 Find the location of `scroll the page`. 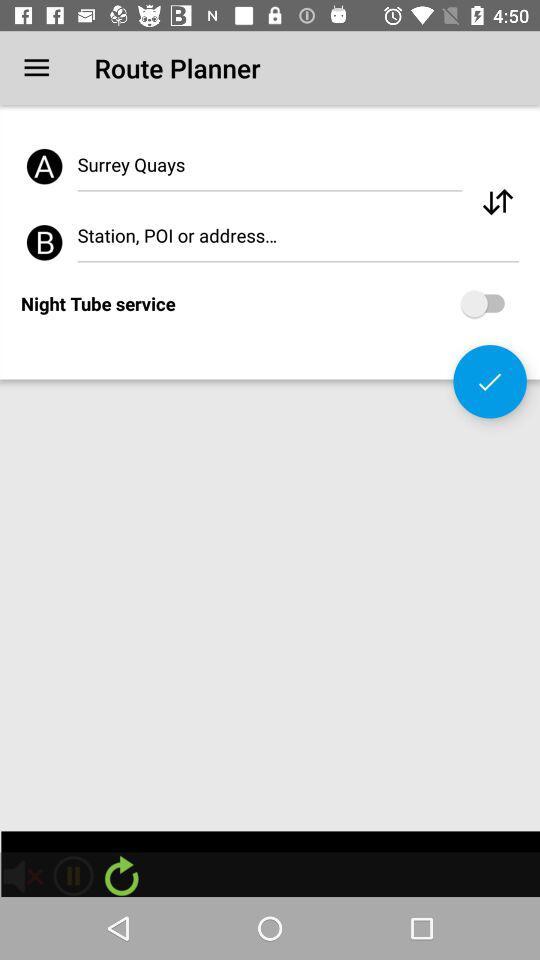

scroll the page is located at coordinates (496, 202).